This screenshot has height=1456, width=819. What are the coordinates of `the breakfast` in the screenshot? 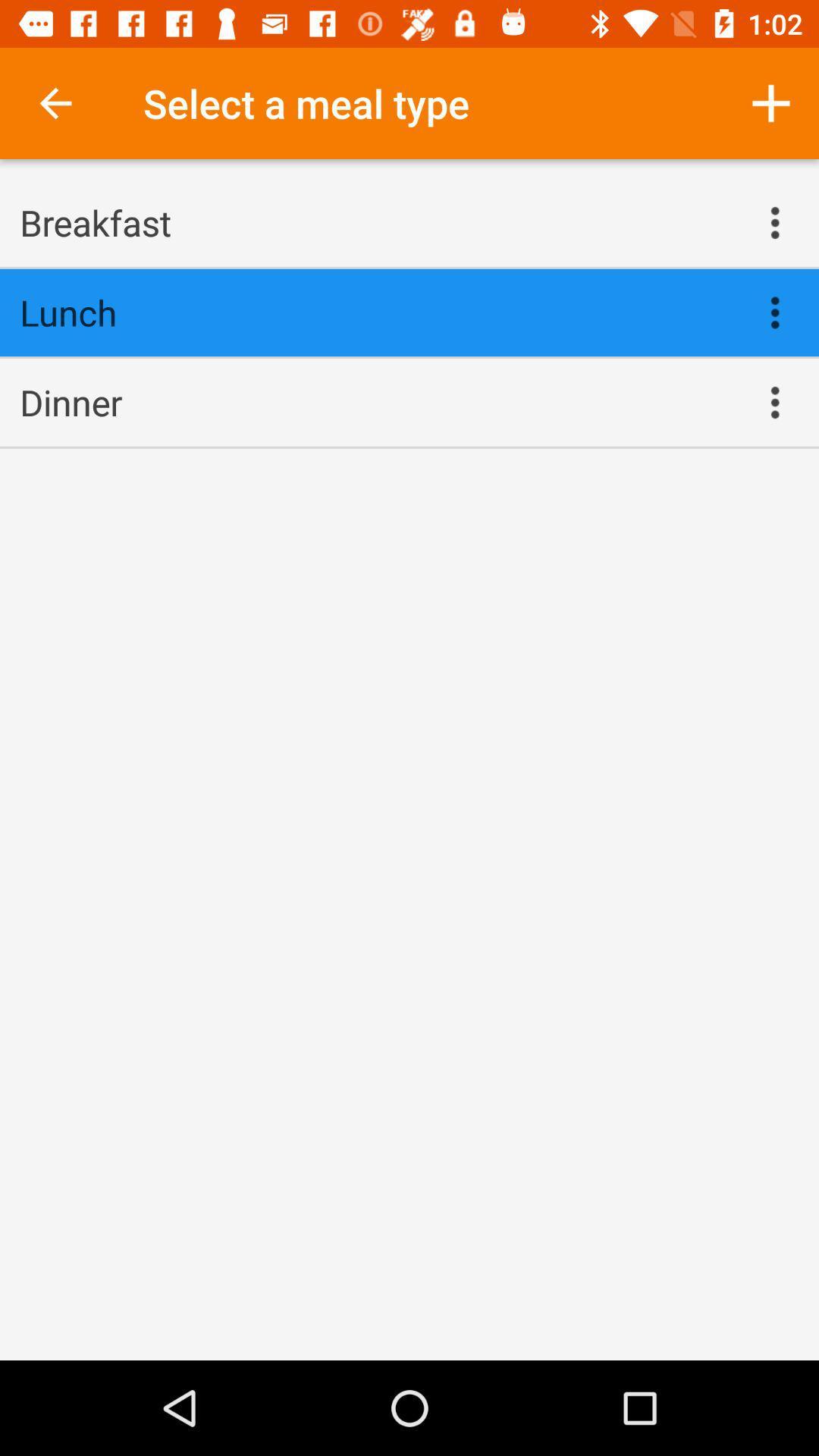 It's located at (375, 221).